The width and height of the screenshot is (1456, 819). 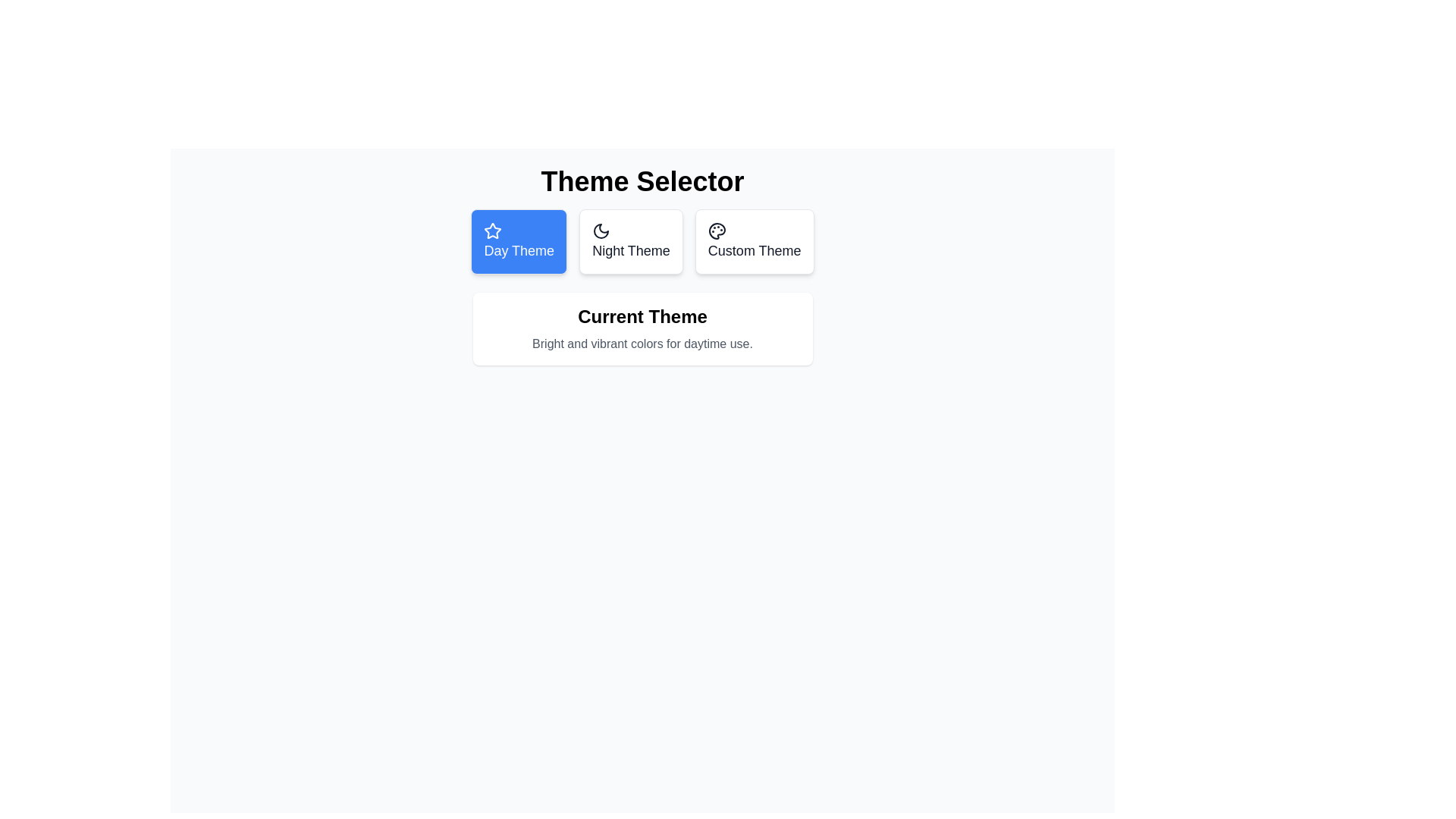 I want to click on the theme button Night Theme to observe its hover effect, so click(x=631, y=241).